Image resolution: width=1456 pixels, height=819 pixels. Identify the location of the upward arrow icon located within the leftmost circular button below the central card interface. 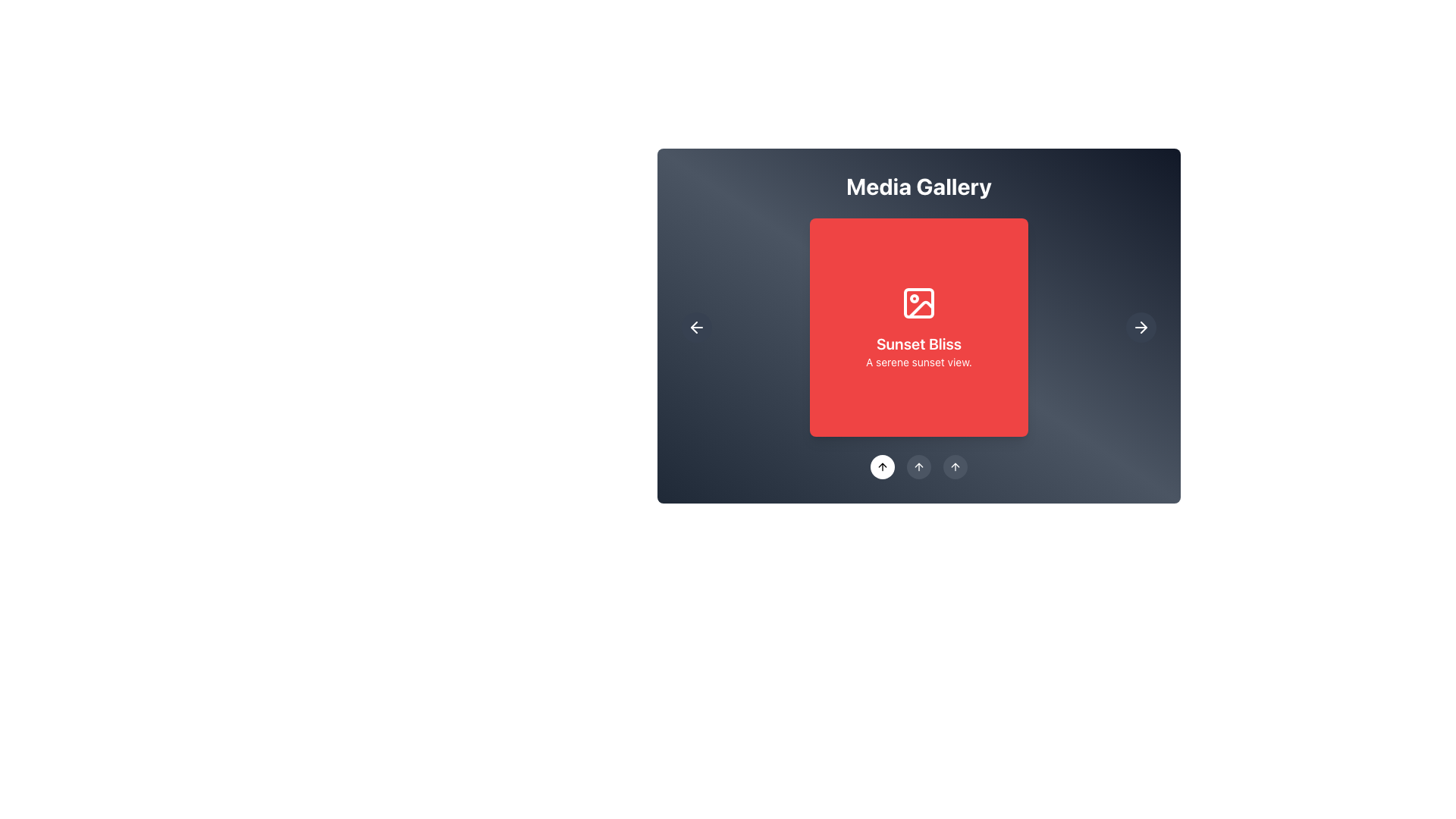
(954, 466).